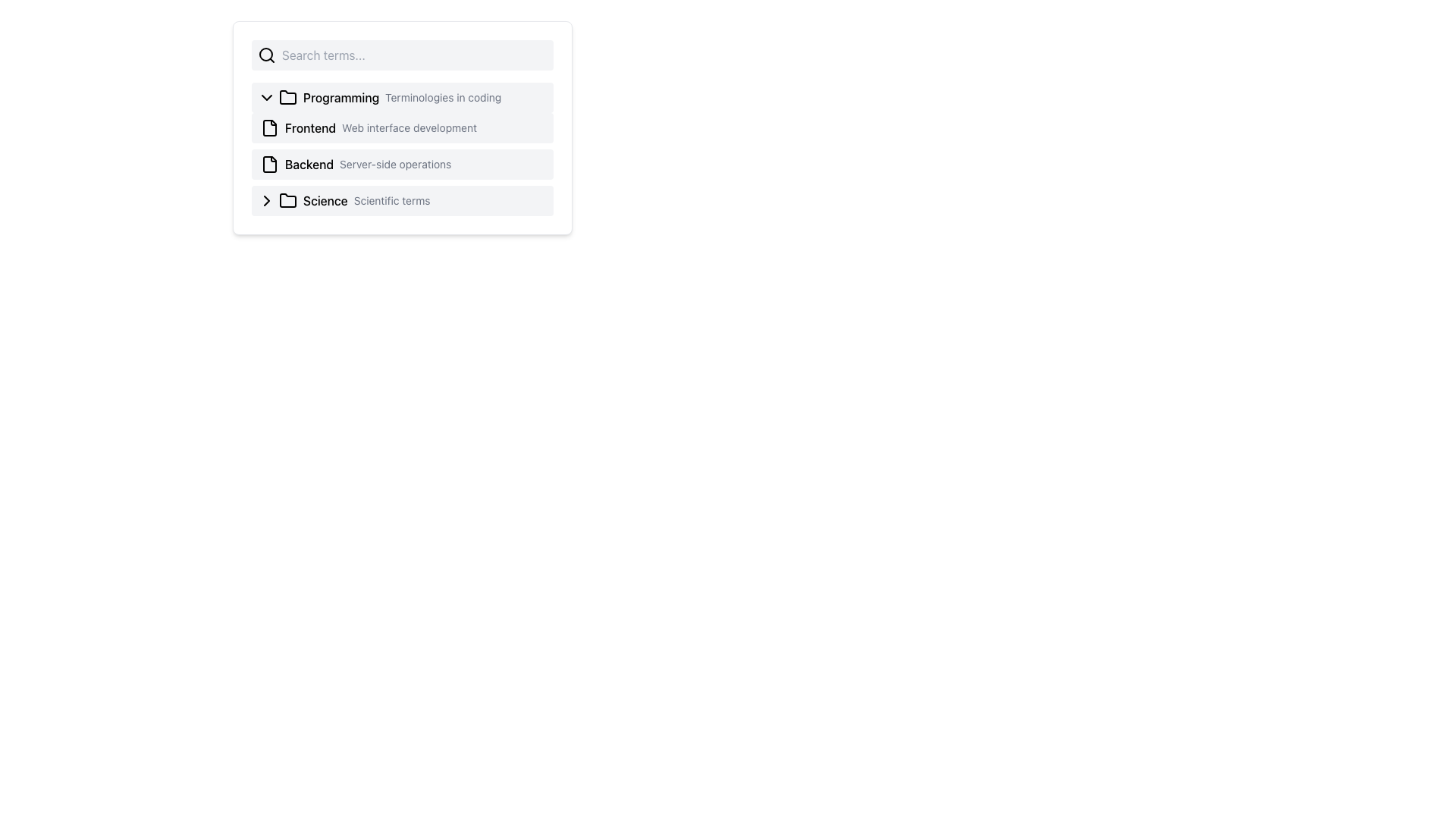  I want to click on the 'Programming' Collapsible List Header, so click(403, 97).